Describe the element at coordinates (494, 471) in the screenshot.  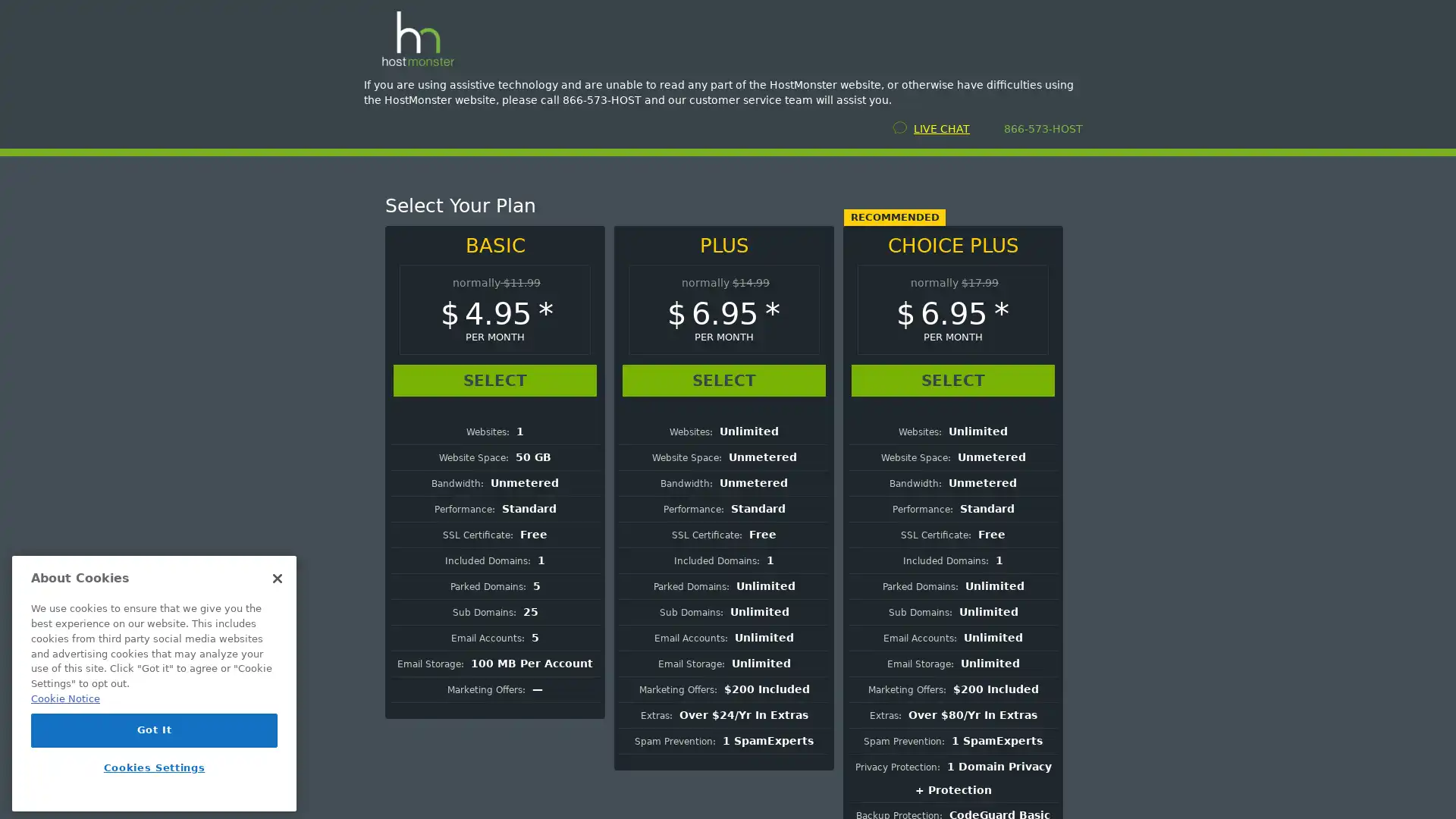
I see `BASIC normally $11.99 $4.95 * PER MONTH SELECT Websites: 1 Website Space: 50 GB Bandwidth: Unmetered Performance: Standard SSL Certificate: Free Included Domains: 1 Parked Domains: 5 Sub Domains: 25 Email Accounts: 5 Email Storage: 100 MB Per Account Marketing Offers:` at that location.